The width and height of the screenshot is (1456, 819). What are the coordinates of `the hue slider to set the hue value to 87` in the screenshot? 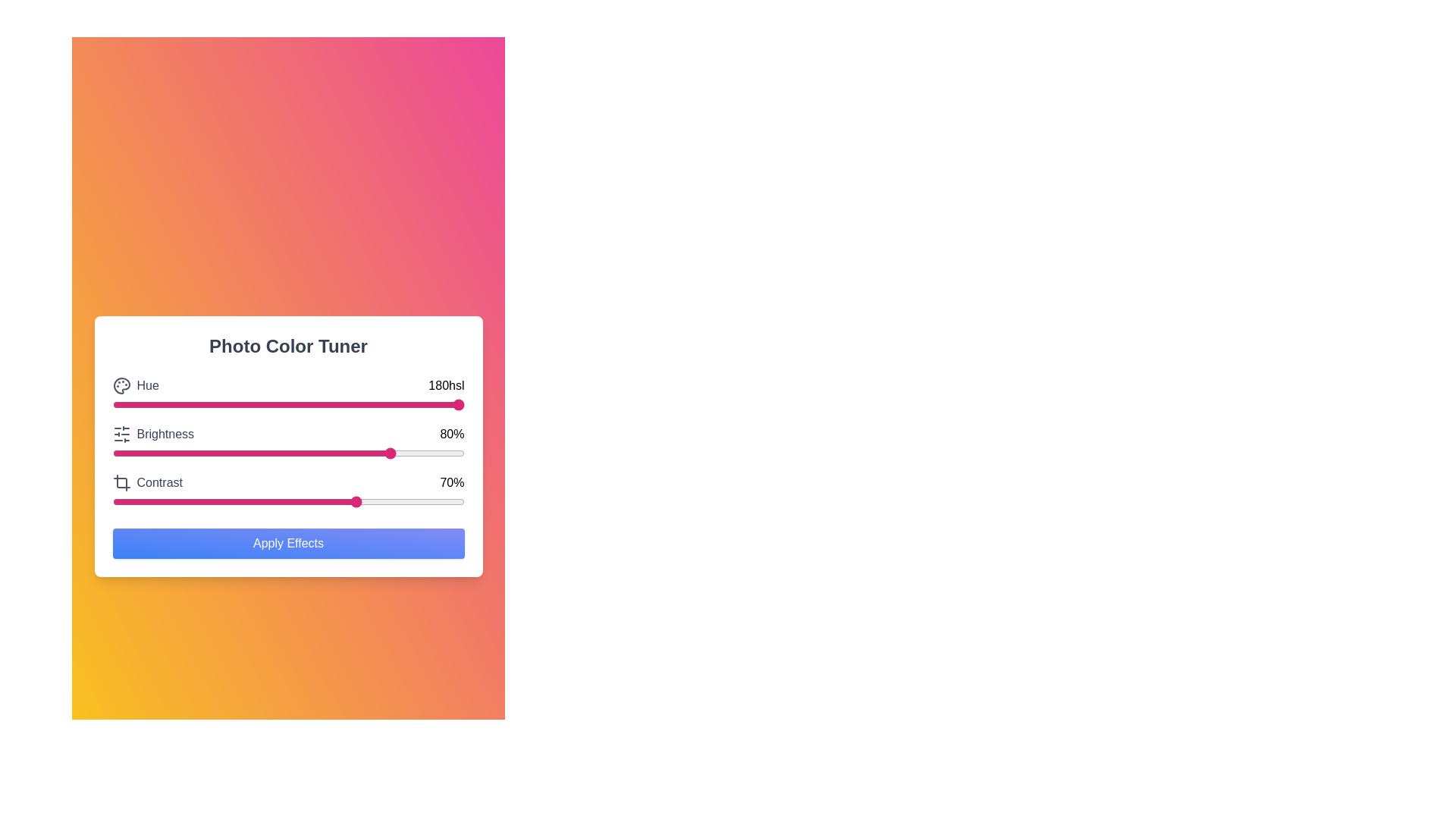 It's located at (419, 403).